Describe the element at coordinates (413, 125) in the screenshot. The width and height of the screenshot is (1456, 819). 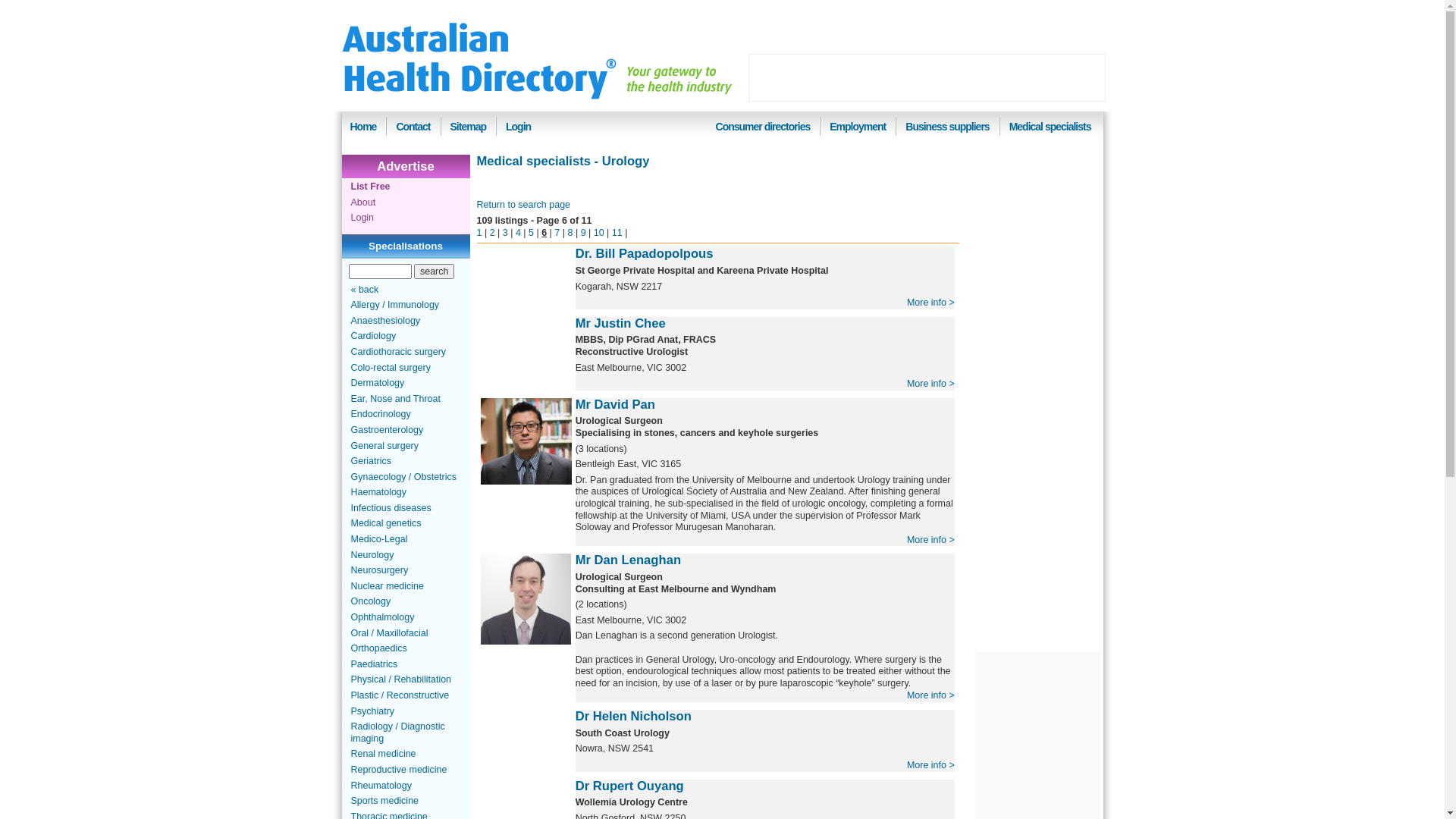
I see `'Contact'` at that location.